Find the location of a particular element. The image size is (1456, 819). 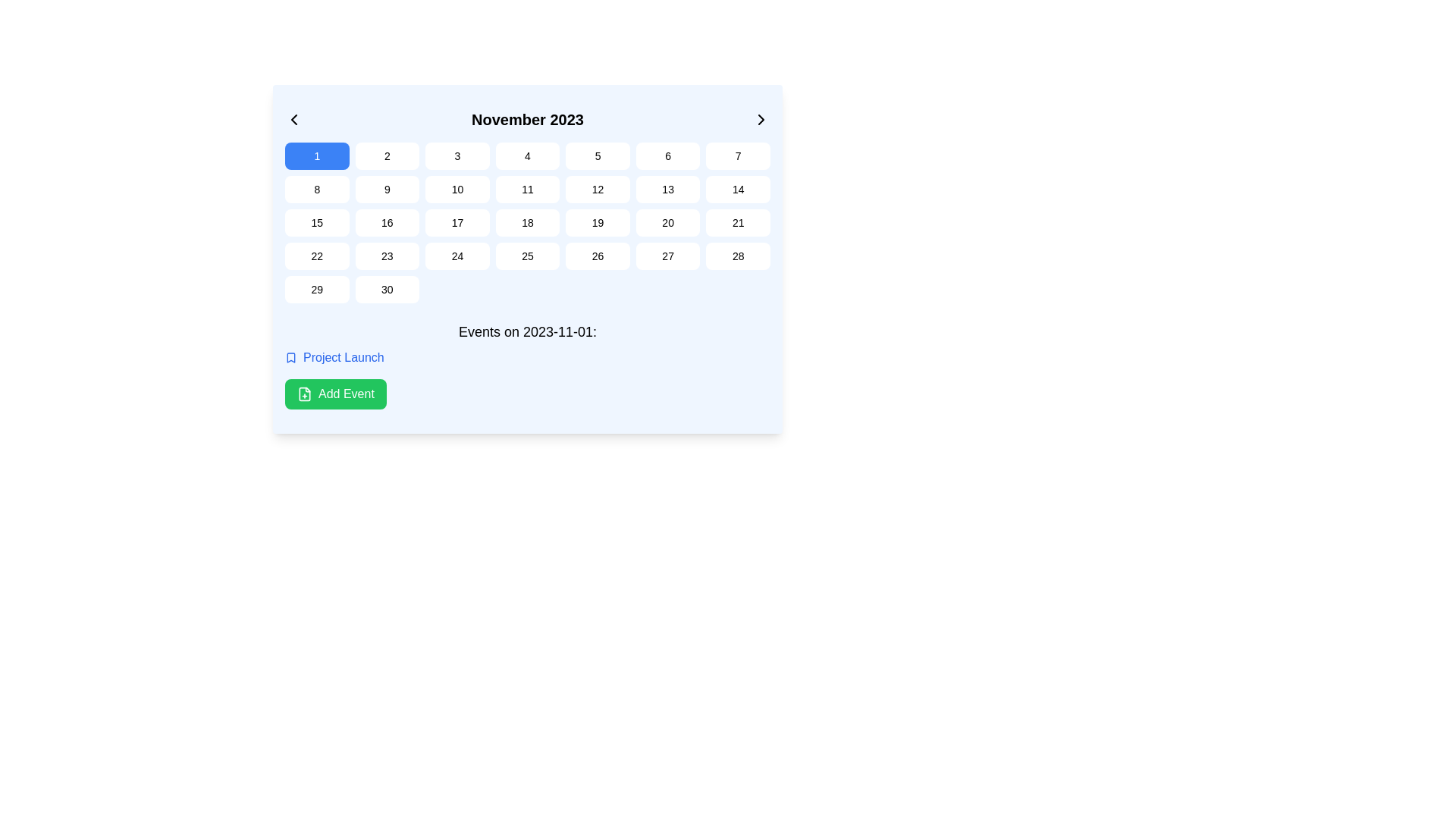

the date button displaying the number '15' in black text on a white background is located at coordinates (316, 222).